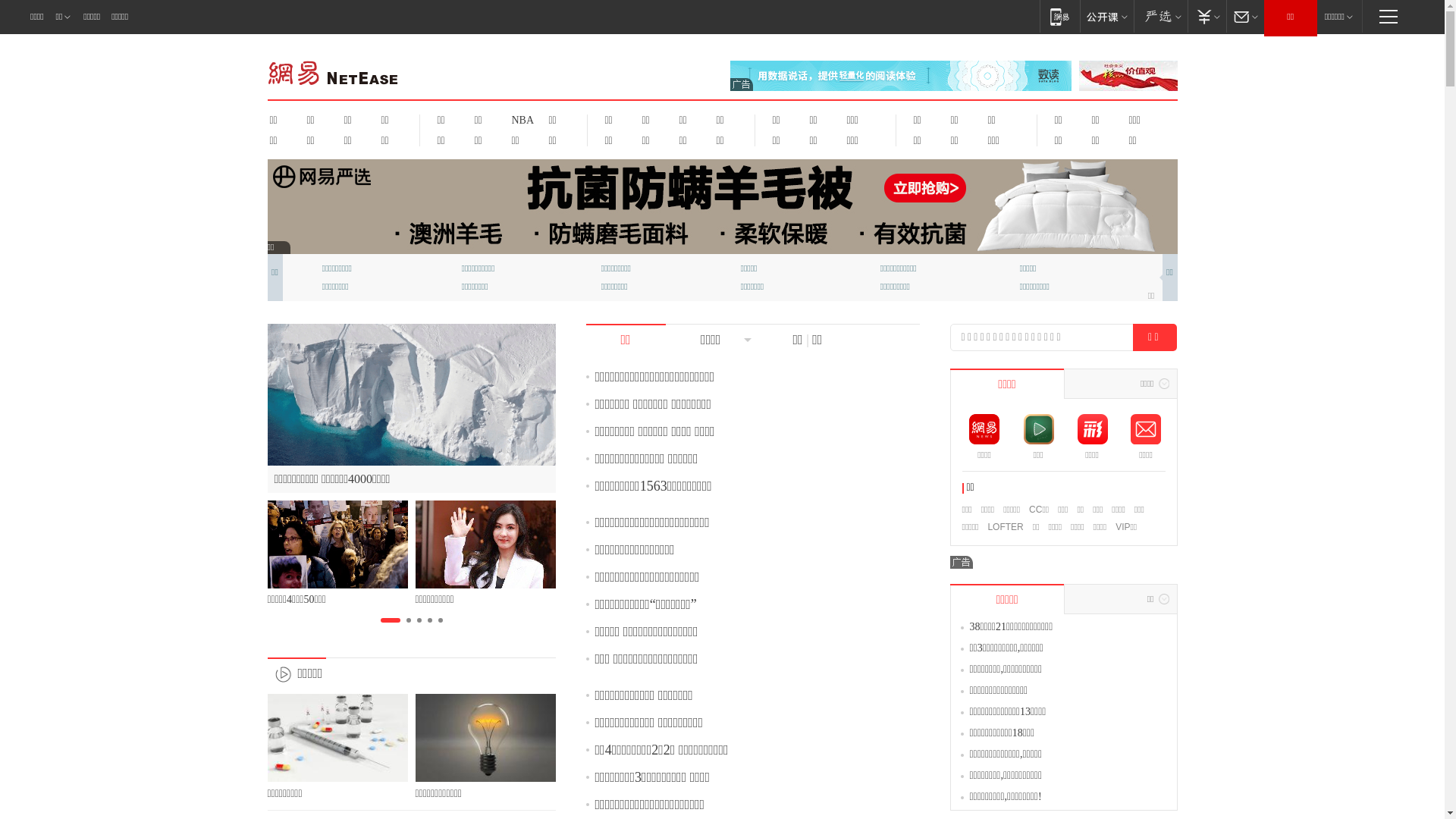  Describe the element at coordinates (1005, 526) in the screenshot. I see `'LOFTER'` at that location.